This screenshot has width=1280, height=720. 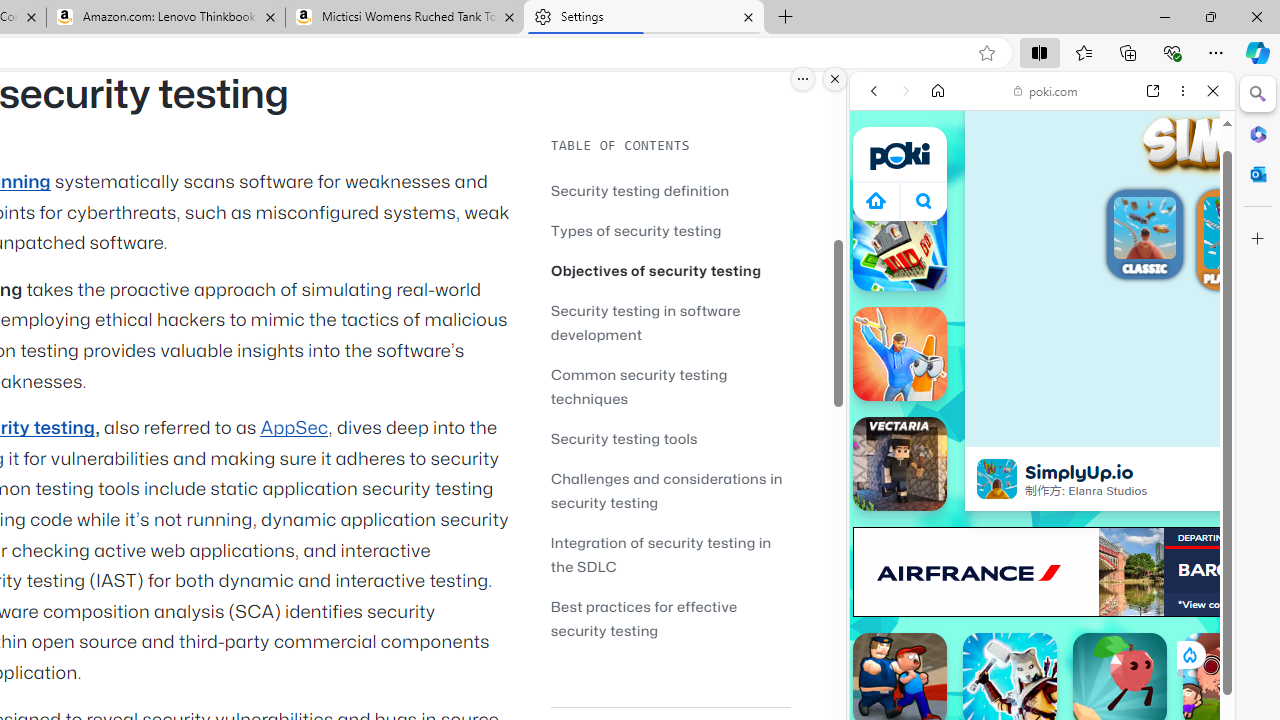 I want to click on 'Class: rounded img-fluid d-block w-100 fit-cover', so click(x=1239, y=231).